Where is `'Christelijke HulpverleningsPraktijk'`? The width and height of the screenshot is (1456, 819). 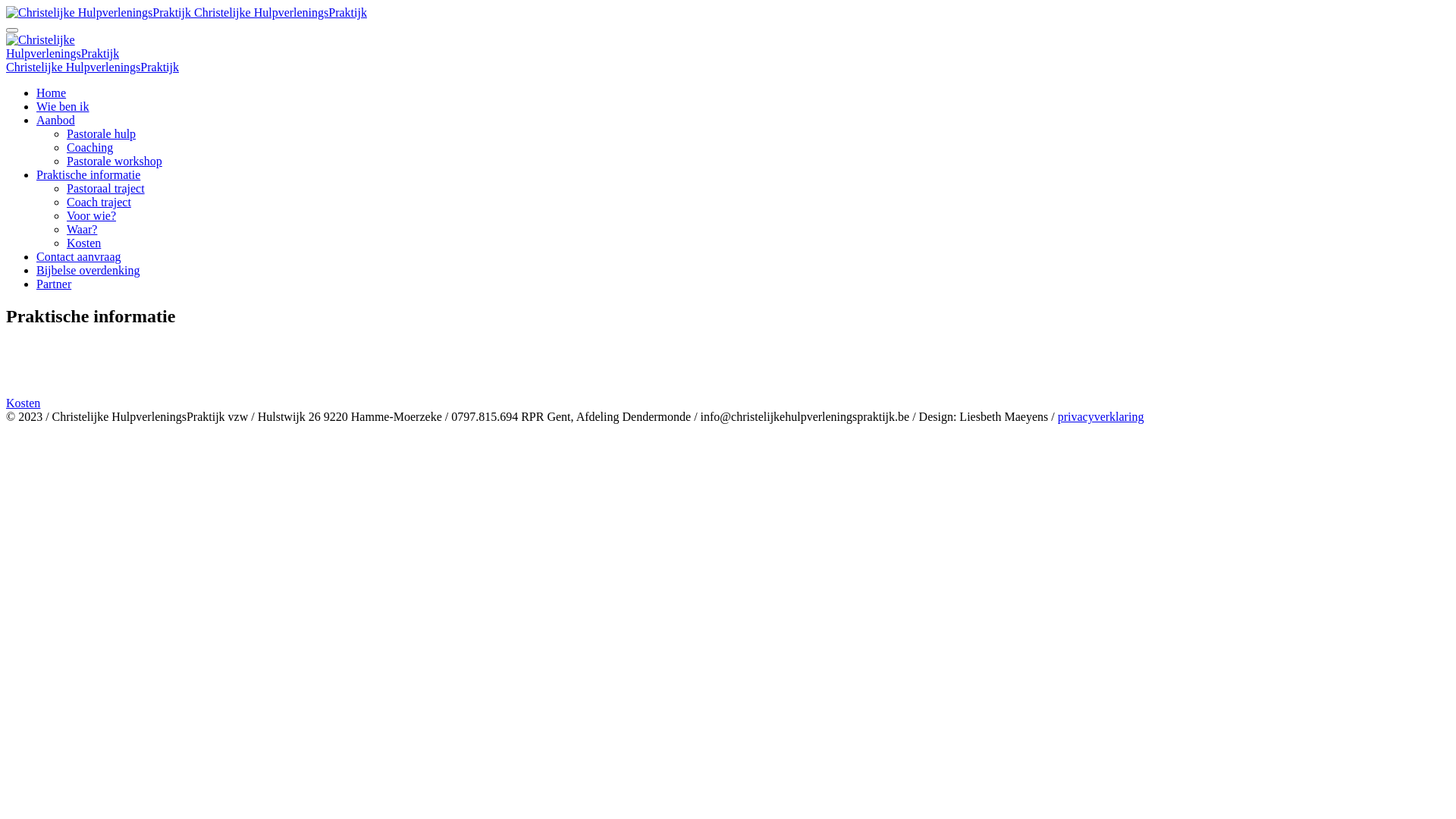
'Christelijke HulpverleningsPraktijk' is located at coordinates (61, 45).